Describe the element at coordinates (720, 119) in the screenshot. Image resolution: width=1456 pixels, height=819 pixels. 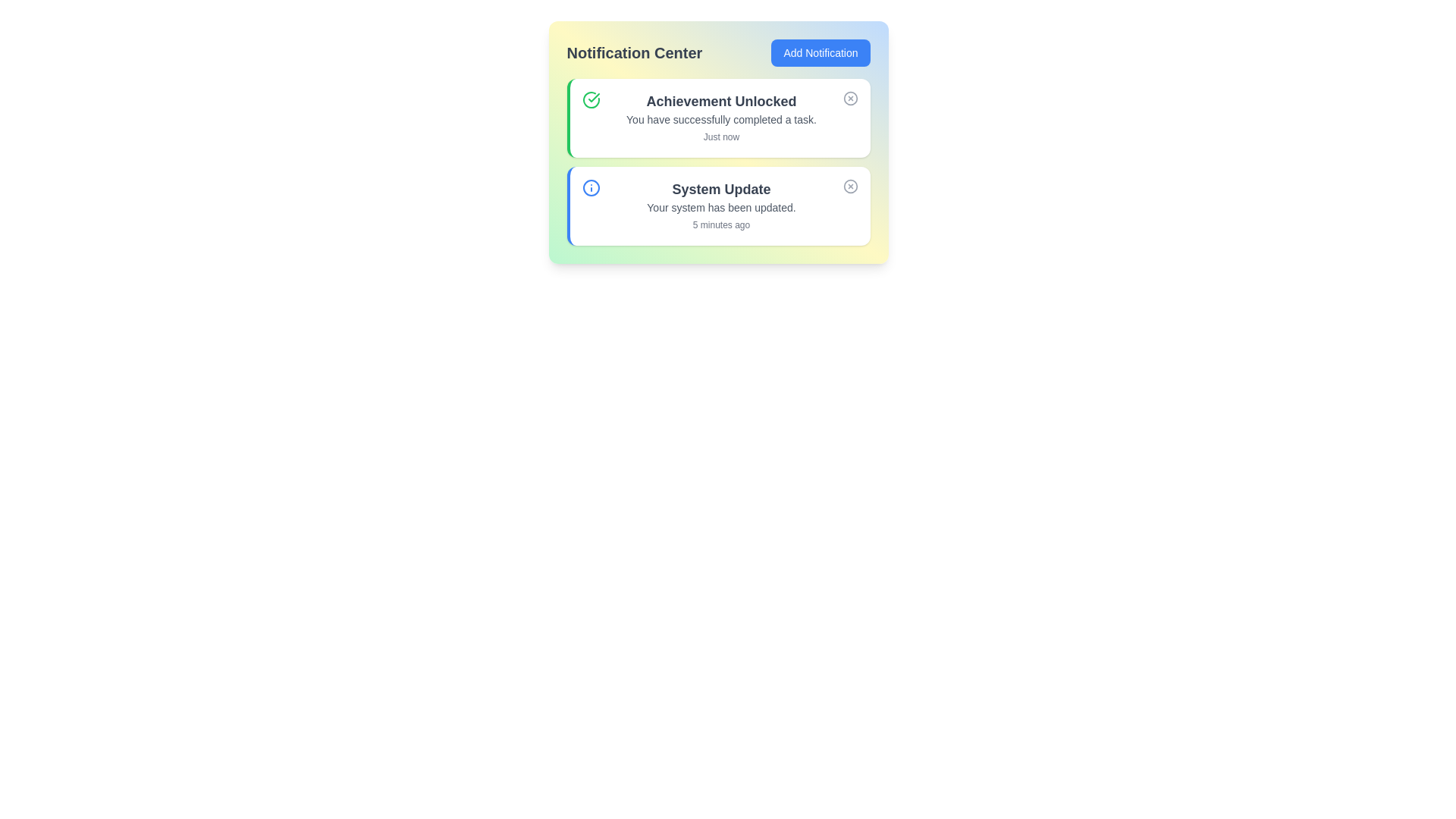
I see `the informational text label that indicates successful task completion, positioned under 'Achievement Unlocked' and above 'Just now' within the notification card` at that location.